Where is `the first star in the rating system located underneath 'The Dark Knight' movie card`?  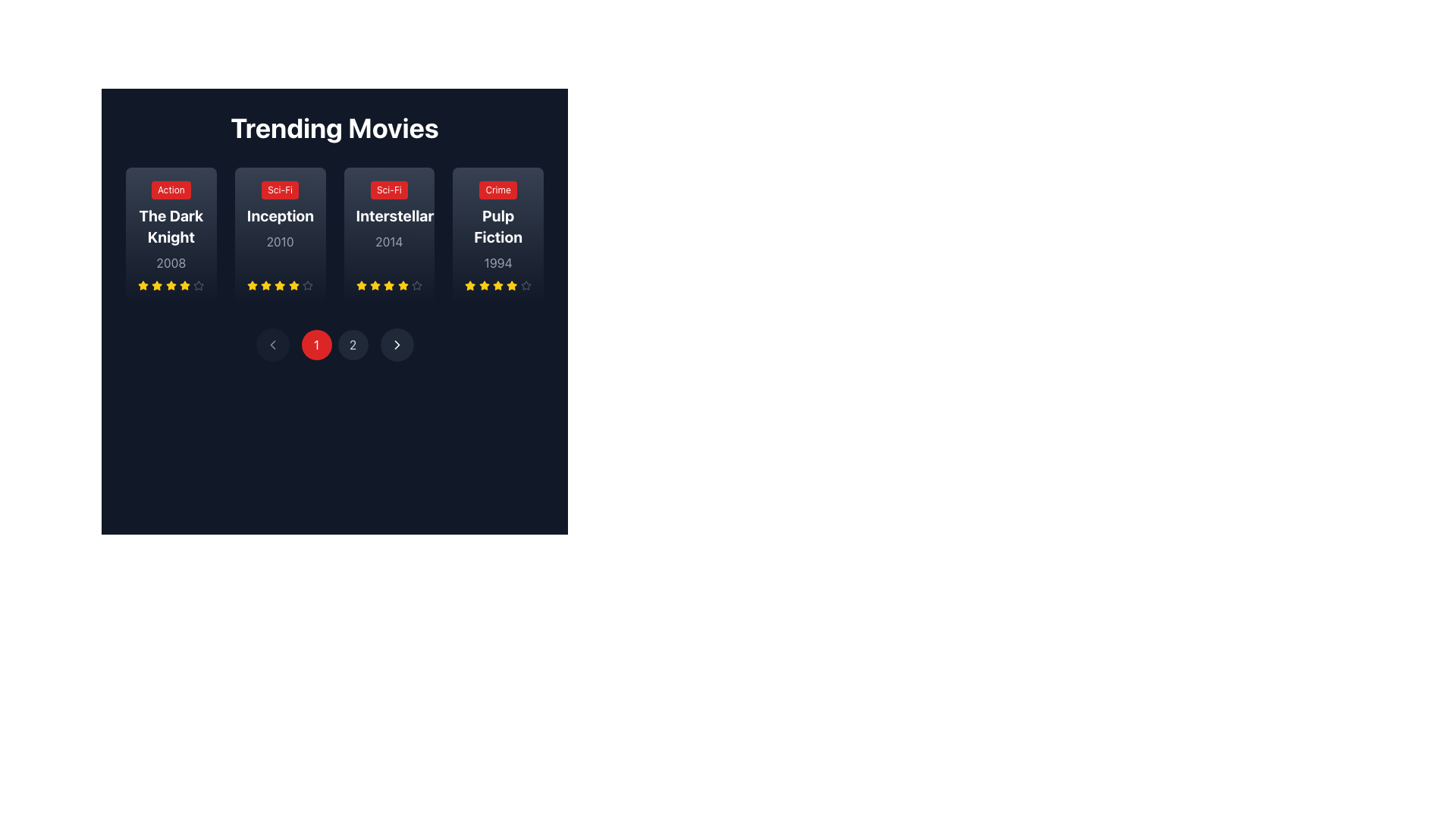 the first star in the rating system located underneath 'The Dark Knight' movie card is located at coordinates (143, 285).